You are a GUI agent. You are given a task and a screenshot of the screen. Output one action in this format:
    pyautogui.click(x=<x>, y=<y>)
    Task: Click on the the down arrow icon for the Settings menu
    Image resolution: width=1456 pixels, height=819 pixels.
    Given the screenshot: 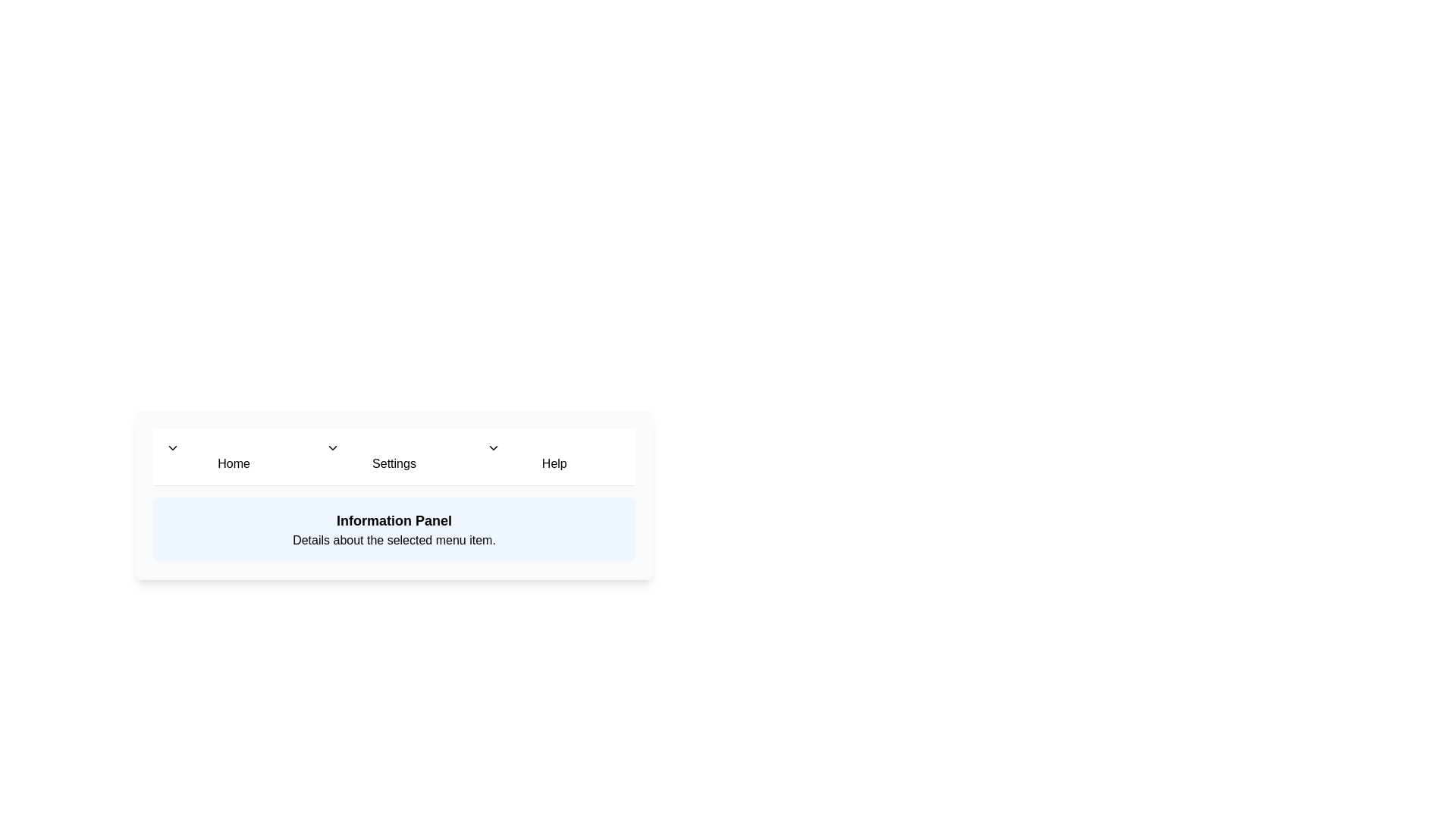 What is the action you would take?
    pyautogui.click(x=332, y=447)
    